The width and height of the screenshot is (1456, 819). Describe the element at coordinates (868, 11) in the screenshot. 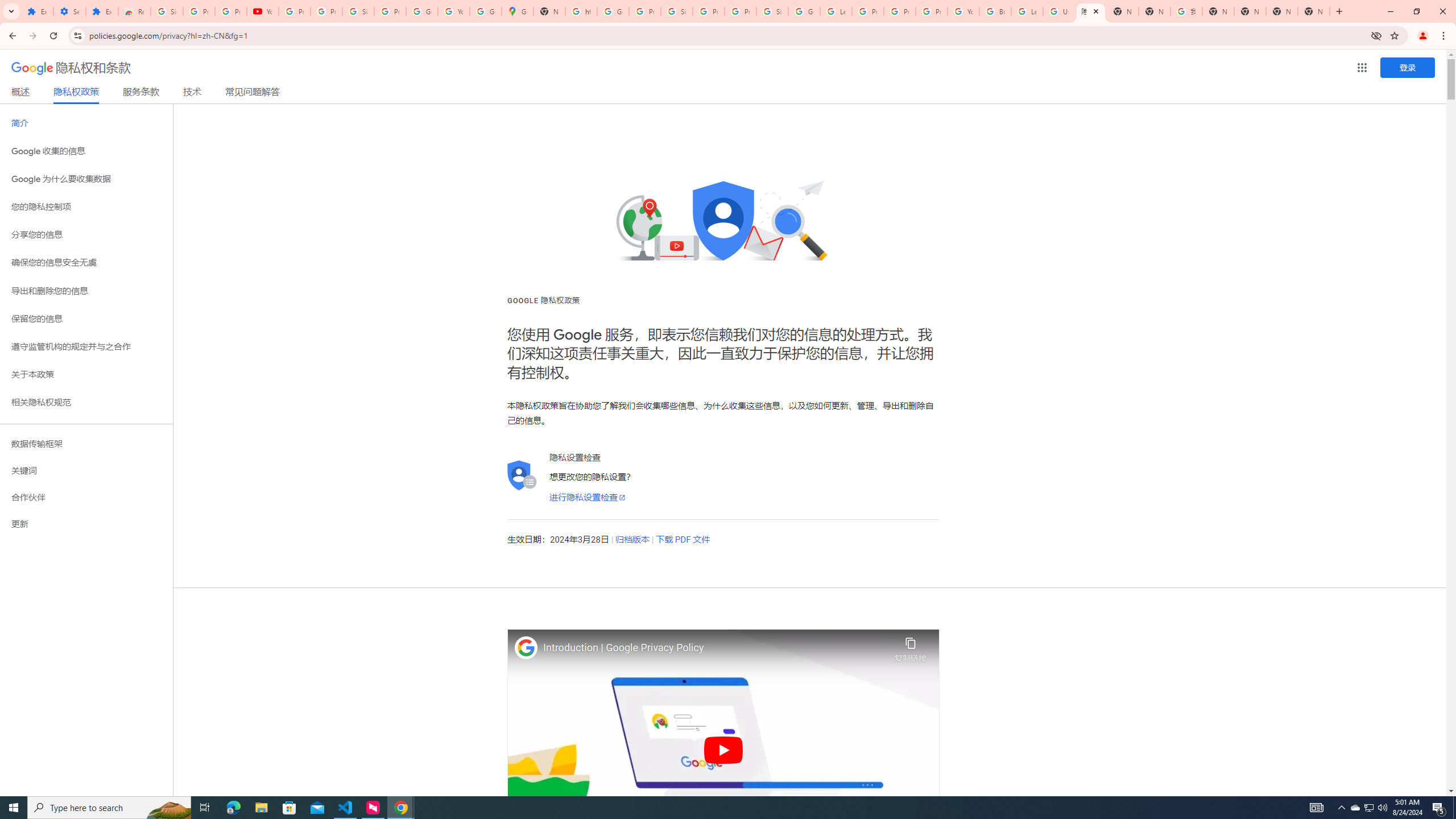

I see `'Privacy Help Center - Policies Help'` at that location.